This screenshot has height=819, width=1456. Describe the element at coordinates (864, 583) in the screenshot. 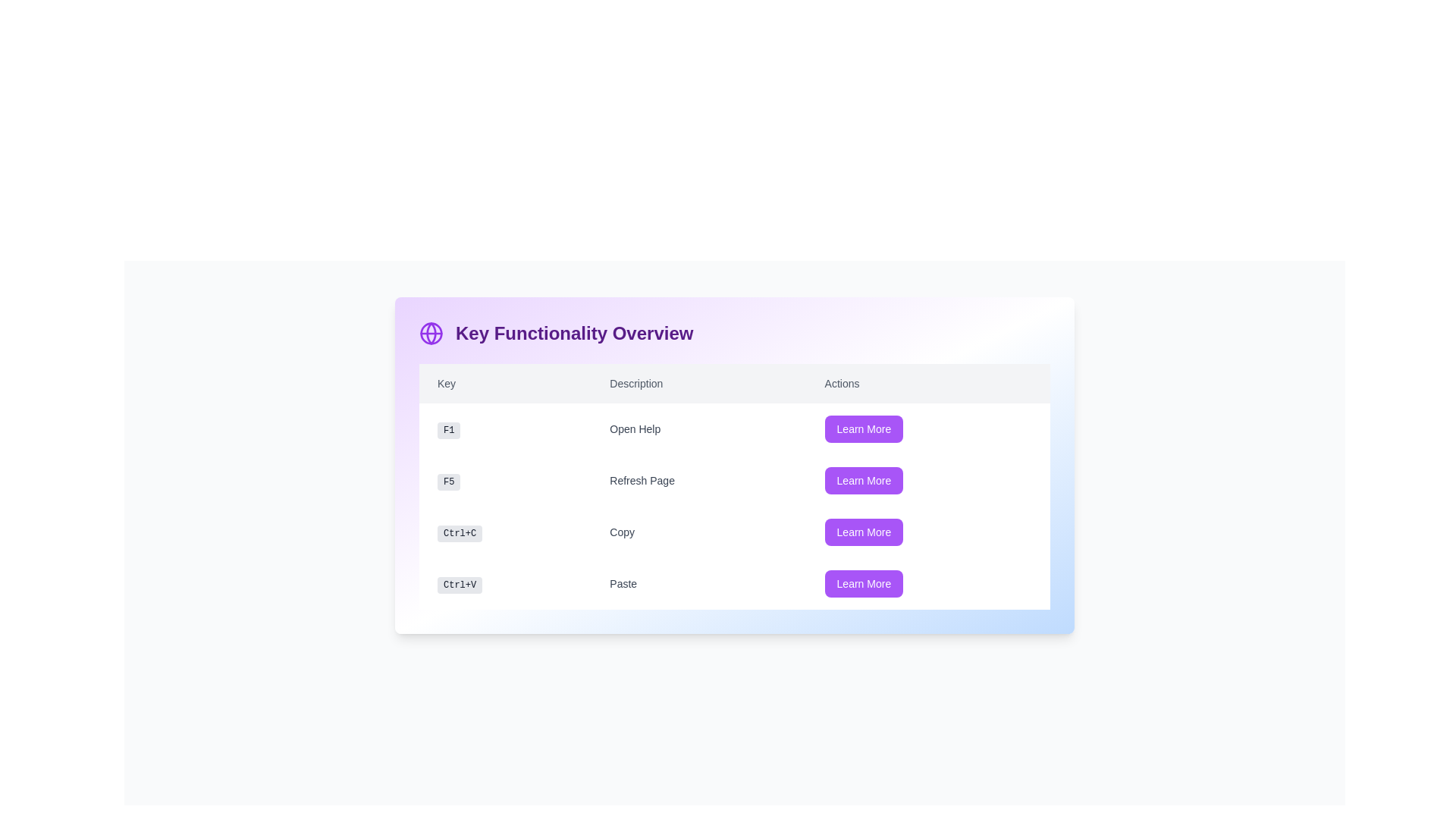

I see `the 'Learn More' button in the 'Actions' column of the 'Paste' functionality row` at that location.